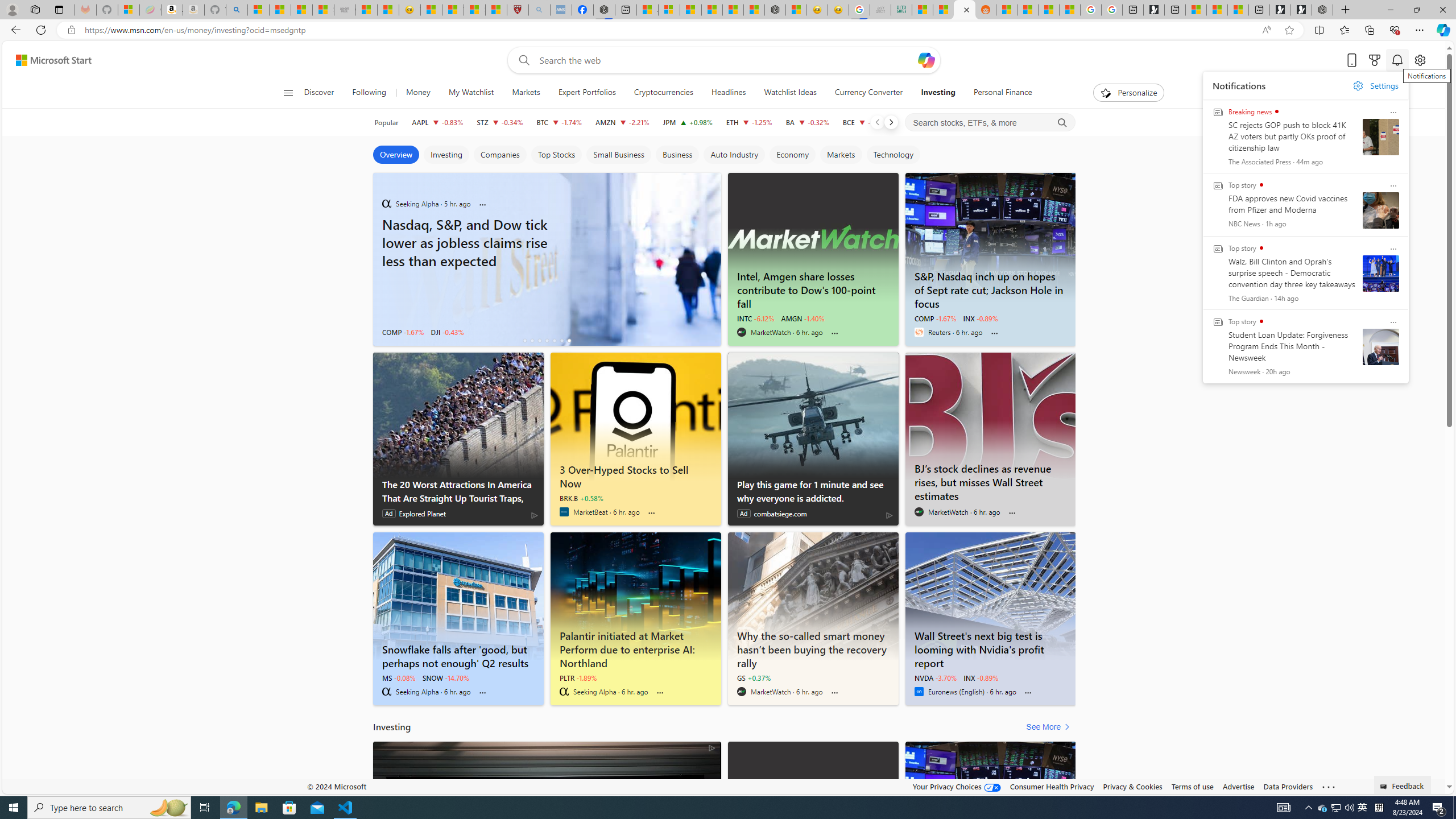  What do you see at coordinates (323, 92) in the screenshot?
I see `'Discover'` at bounding box center [323, 92].